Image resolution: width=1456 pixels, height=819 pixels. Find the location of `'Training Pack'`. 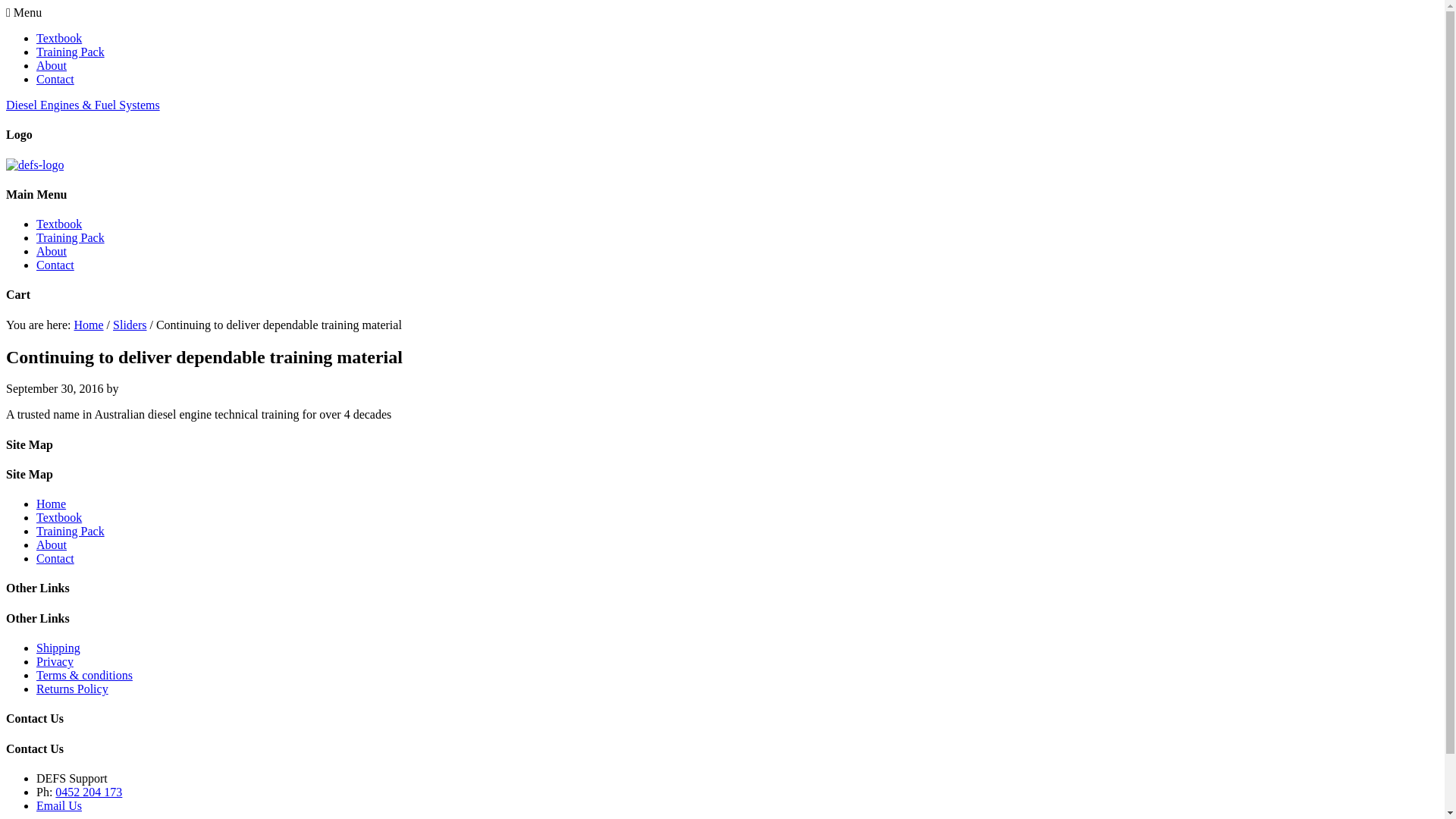

'Training Pack' is located at coordinates (69, 530).